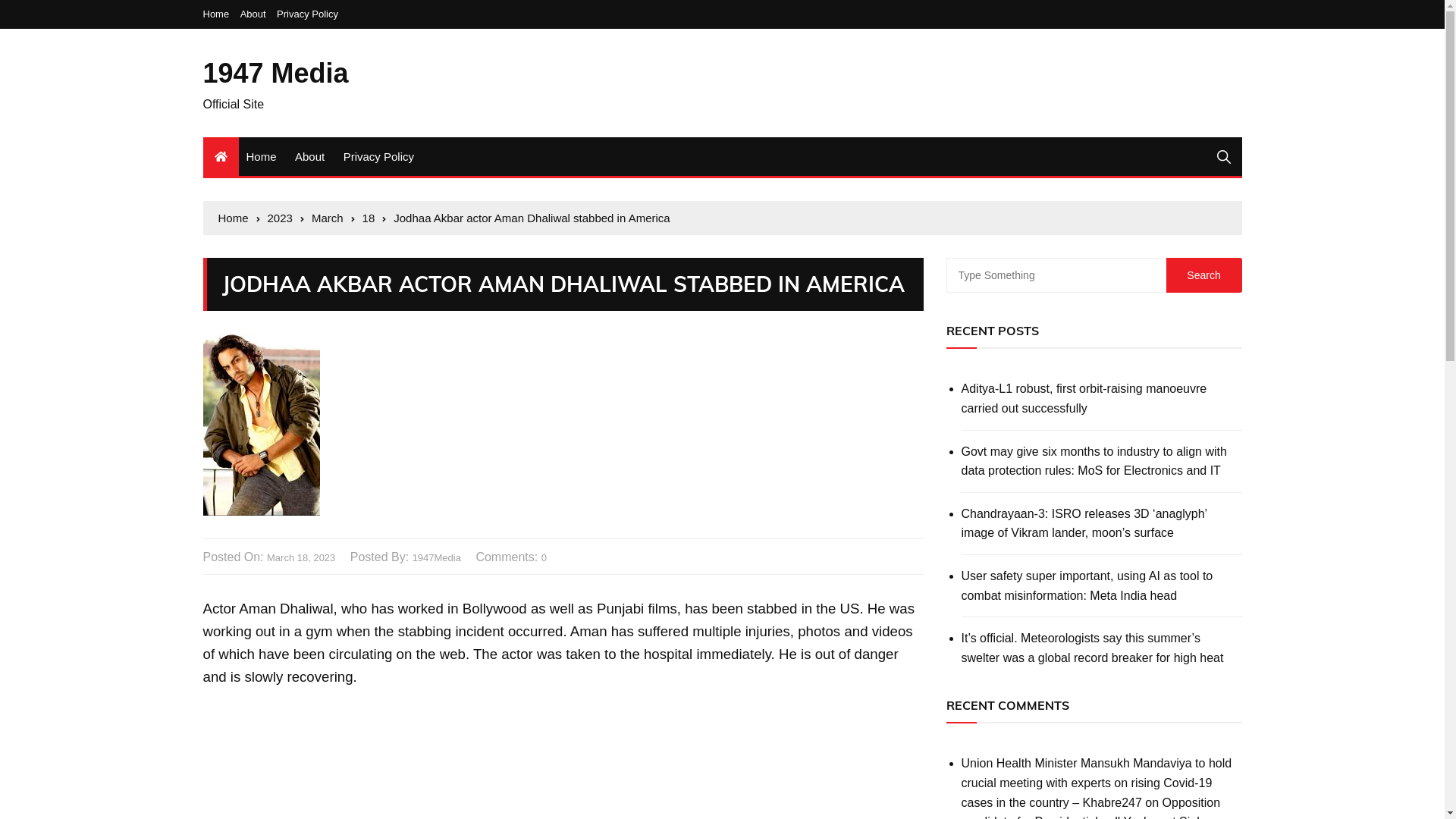  Describe the element at coordinates (286, 218) in the screenshot. I see `'2023'` at that location.